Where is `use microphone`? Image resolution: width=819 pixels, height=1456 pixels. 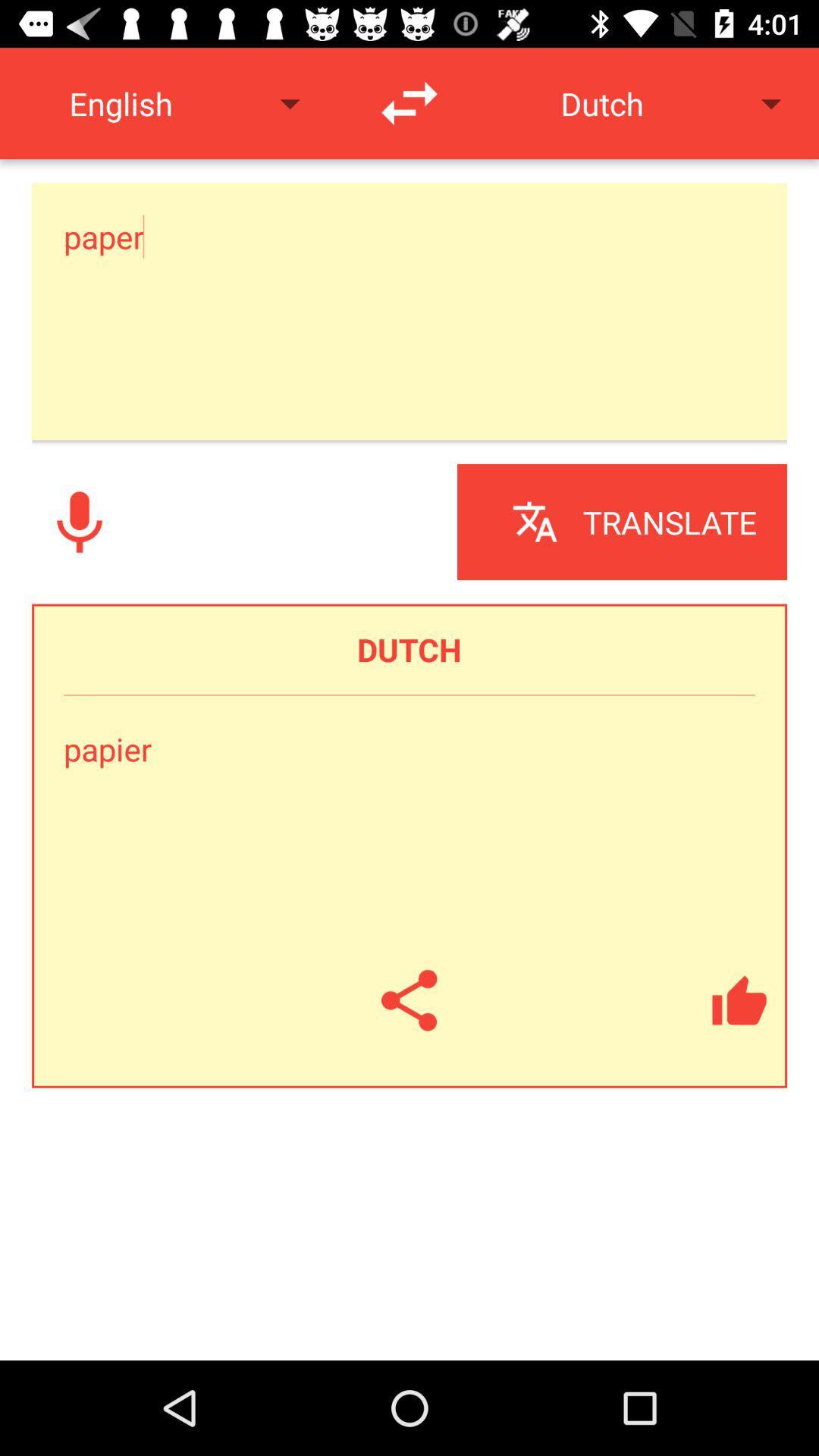
use microphone is located at coordinates (79, 522).